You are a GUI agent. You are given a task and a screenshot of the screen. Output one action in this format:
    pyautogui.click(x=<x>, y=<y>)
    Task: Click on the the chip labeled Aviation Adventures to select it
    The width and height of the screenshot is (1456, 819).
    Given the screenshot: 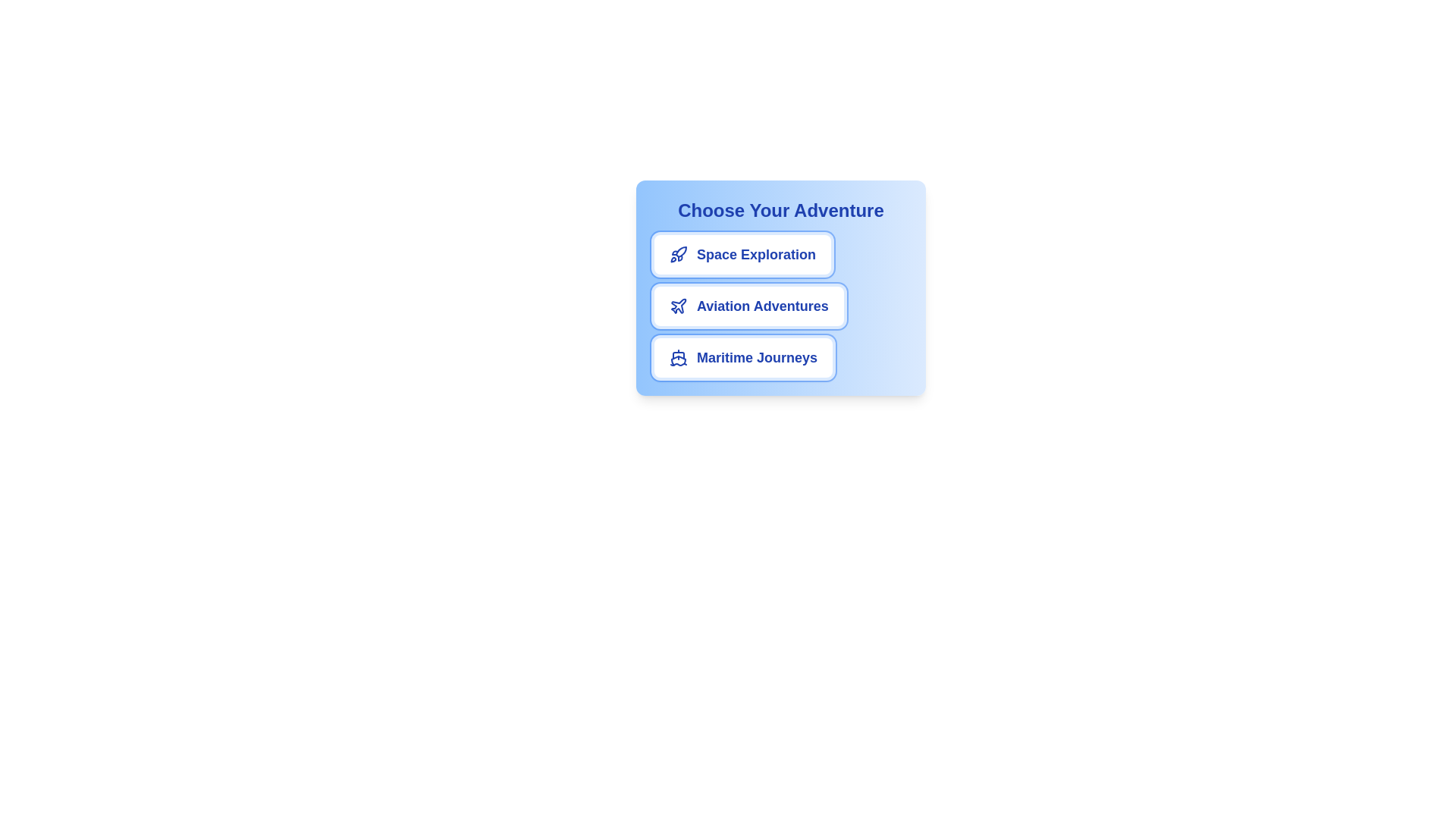 What is the action you would take?
    pyautogui.click(x=748, y=306)
    